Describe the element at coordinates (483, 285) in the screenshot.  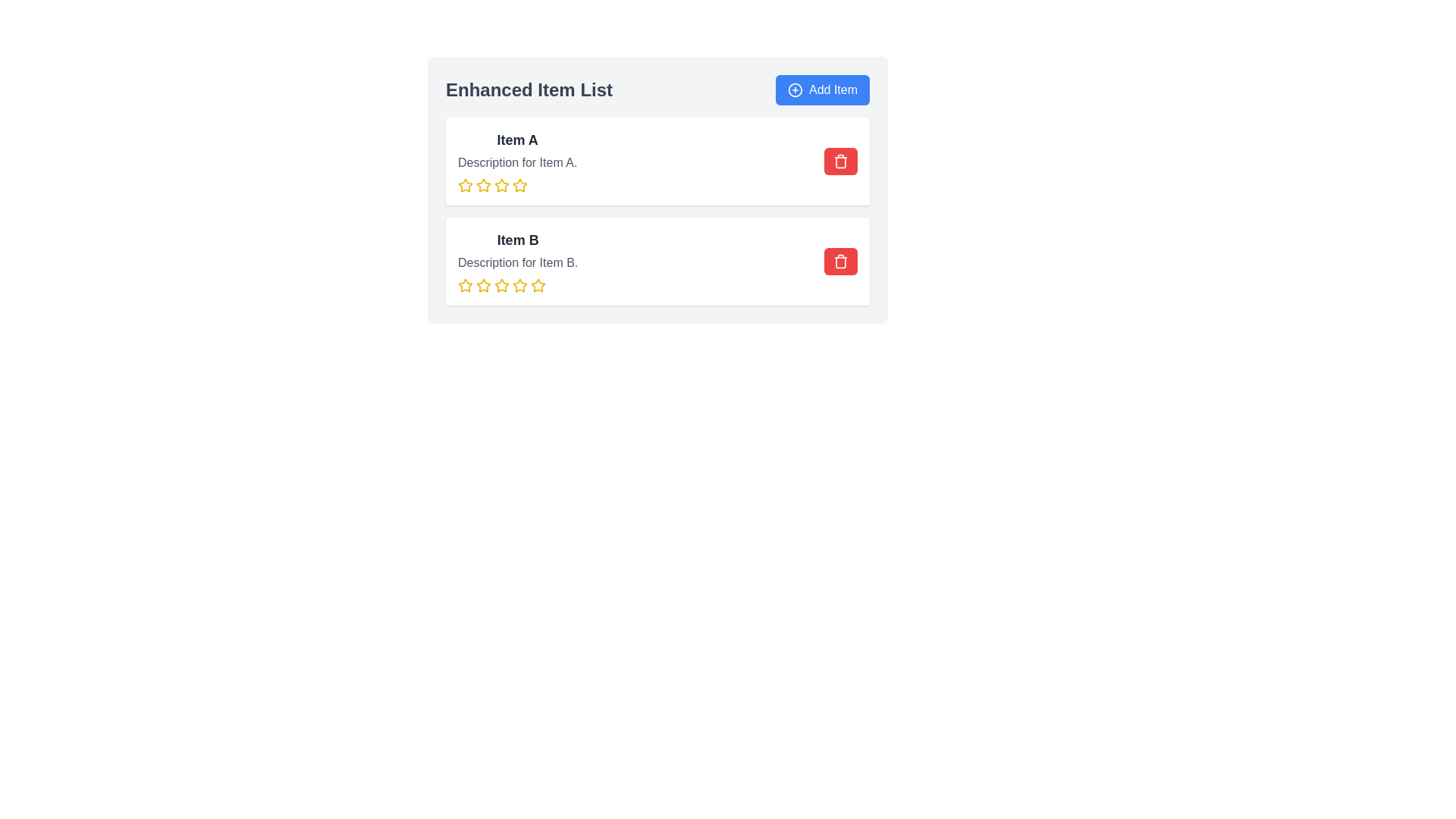
I see `the first golden star-shaped icon in the rating section of Item B in the 'Enhanced Item List' to rate it` at that location.